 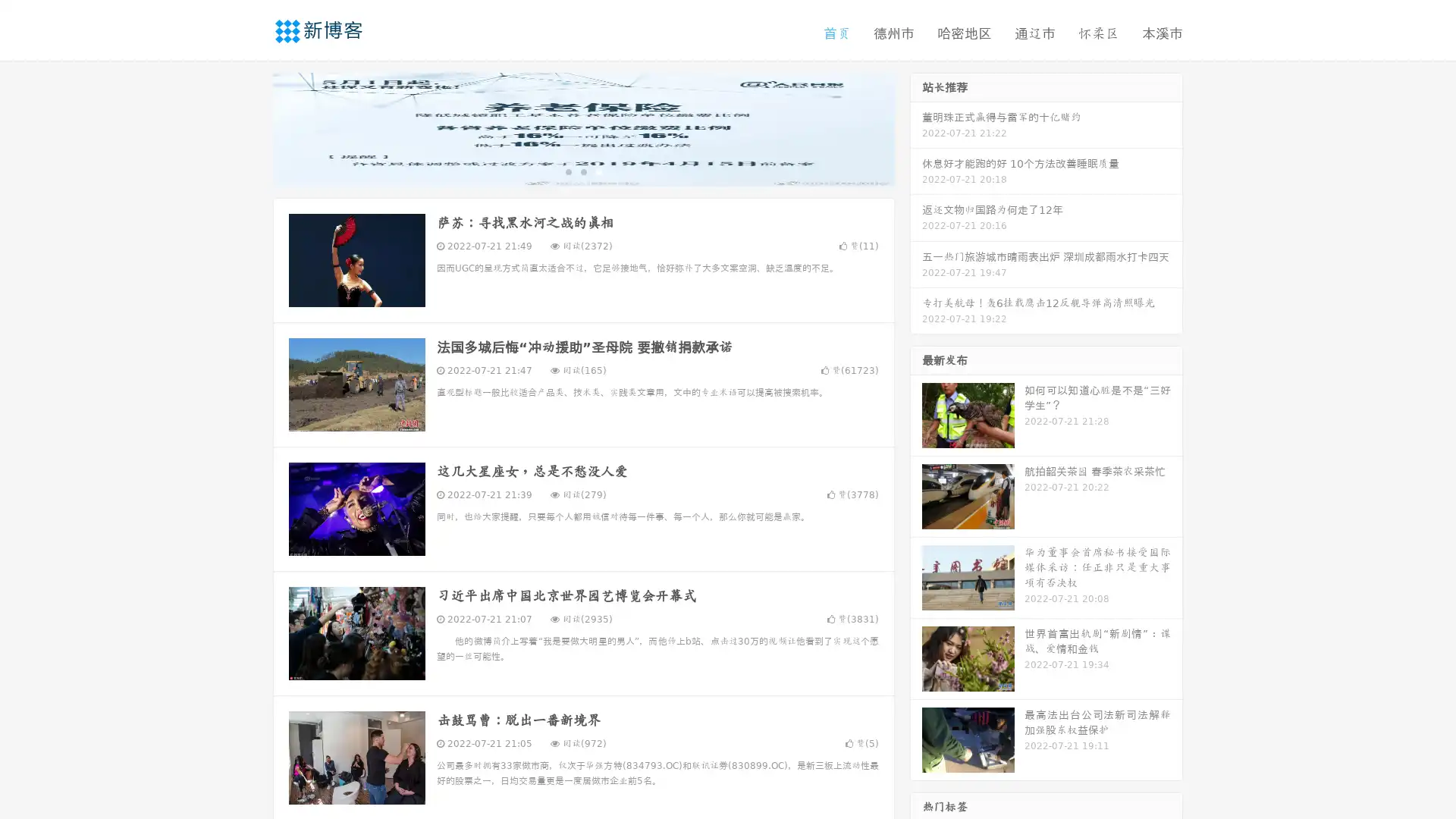 I want to click on Go to slide 3, so click(x=598, y=171).